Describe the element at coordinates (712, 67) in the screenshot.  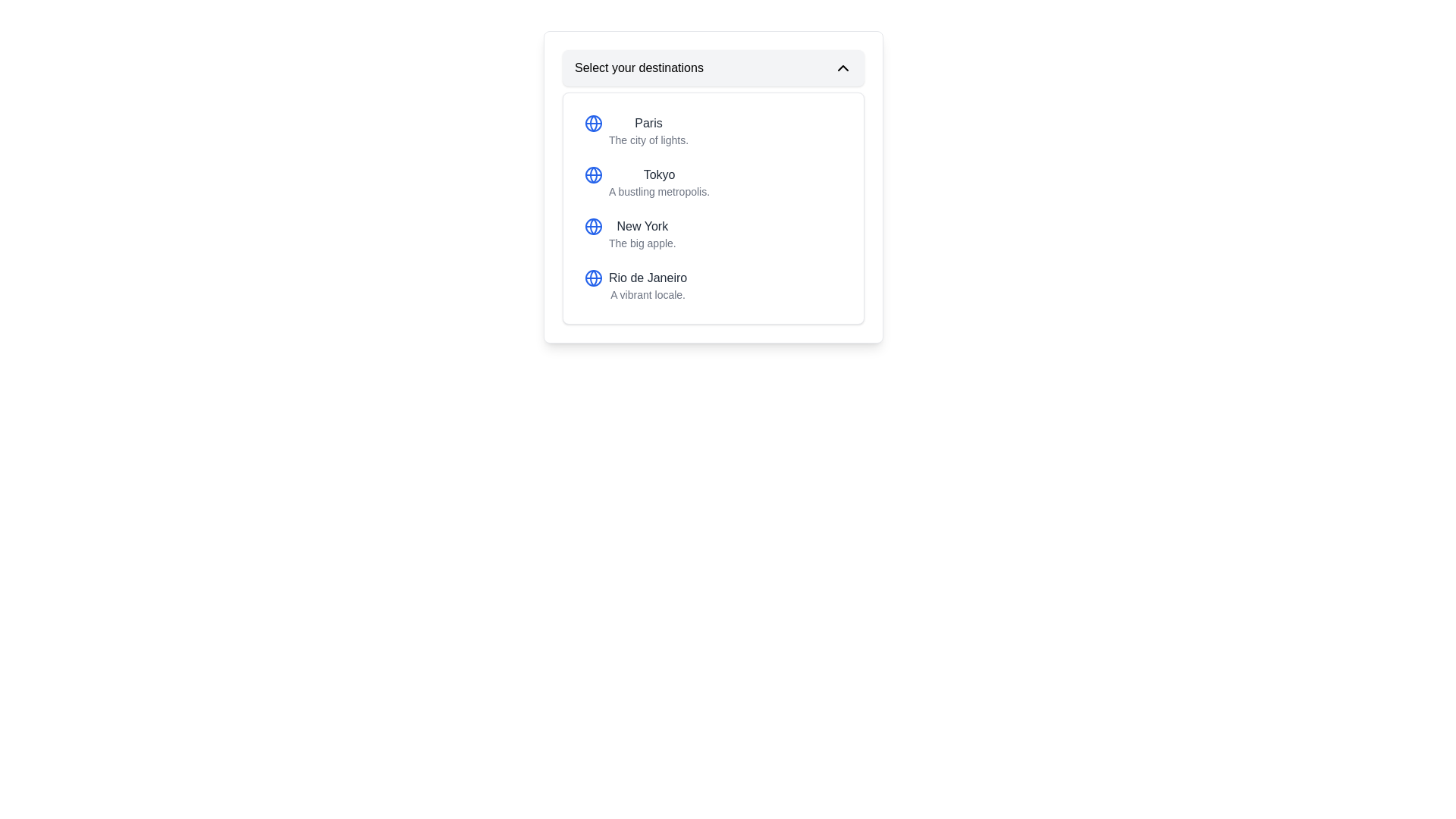
I see `the Dropdown header labeled 'Select your destinations' for keyboard interaction` at that location.